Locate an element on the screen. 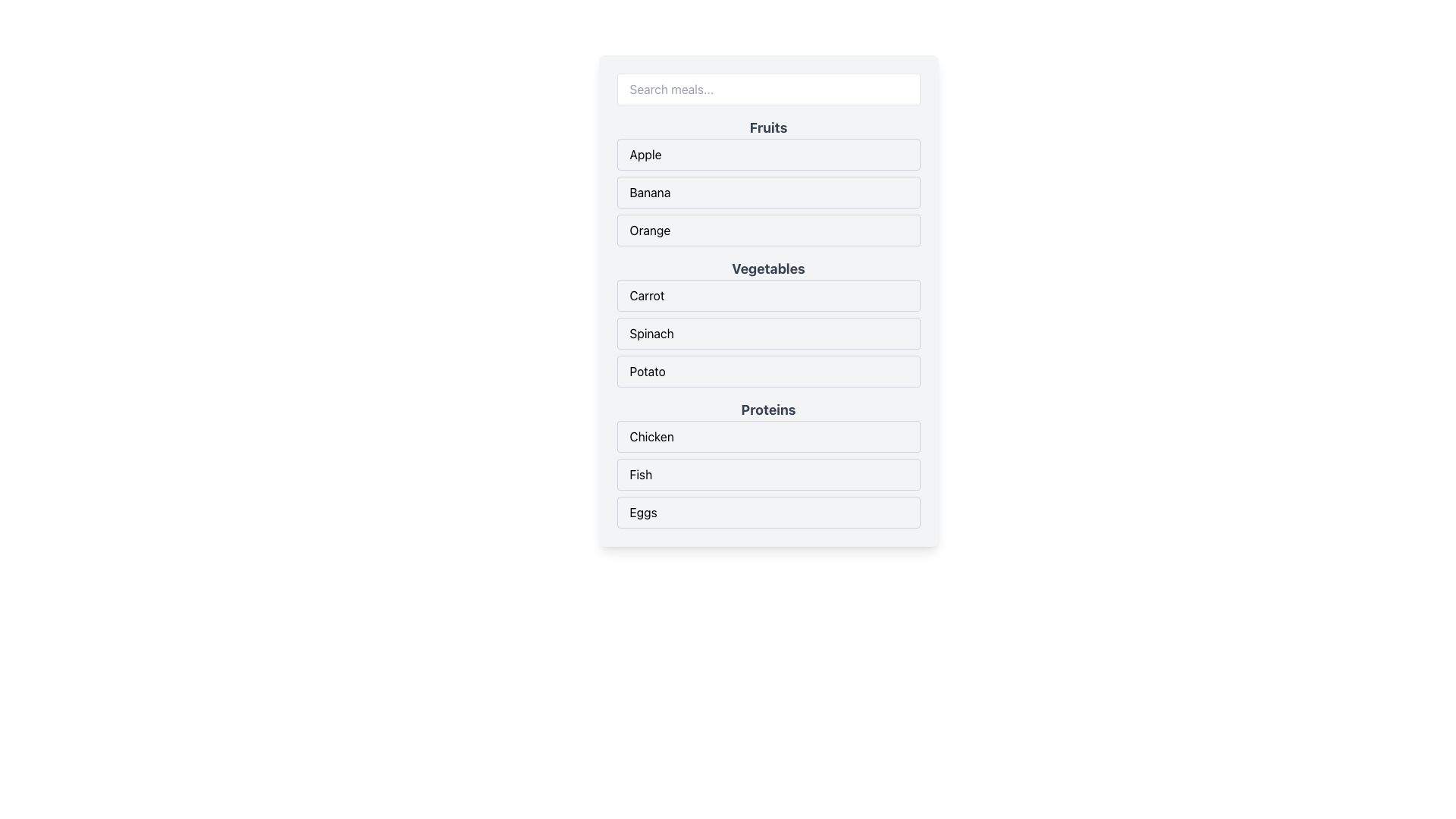 The image size is (1456, 819). the 'Chicken' category button, which is the first selectable option under the 'Proteins' category in a vertically stacked list is located at coordinates (768, 436).